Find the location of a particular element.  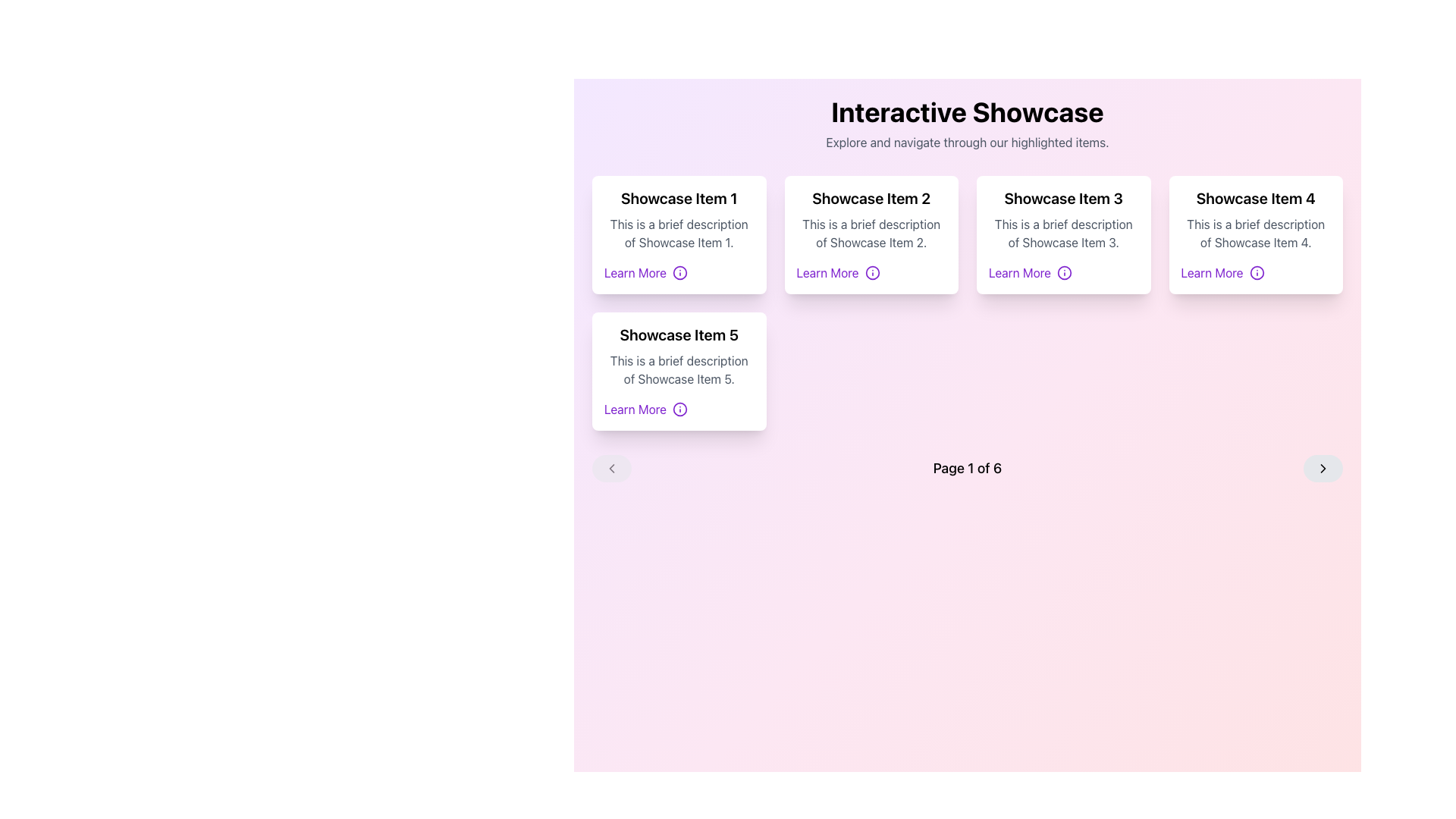

text of the text label styled in large, bold font that displays 'Showcase Item 2,' located prominently above the description of the showcase item inside its card is located at coordinates (871, 198).